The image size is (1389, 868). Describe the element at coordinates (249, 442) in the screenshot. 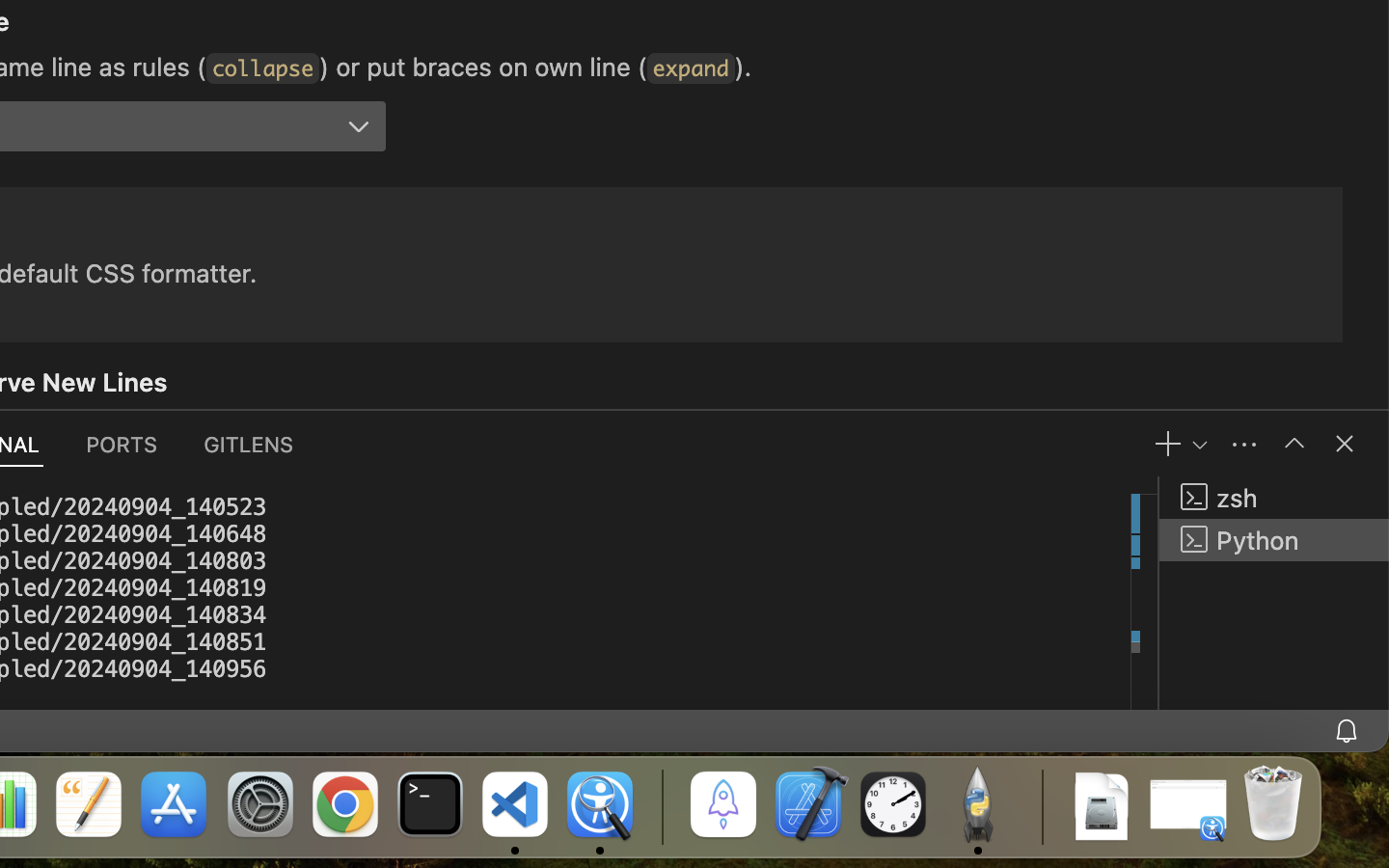

I see `'0 GITLENS'` at that location.